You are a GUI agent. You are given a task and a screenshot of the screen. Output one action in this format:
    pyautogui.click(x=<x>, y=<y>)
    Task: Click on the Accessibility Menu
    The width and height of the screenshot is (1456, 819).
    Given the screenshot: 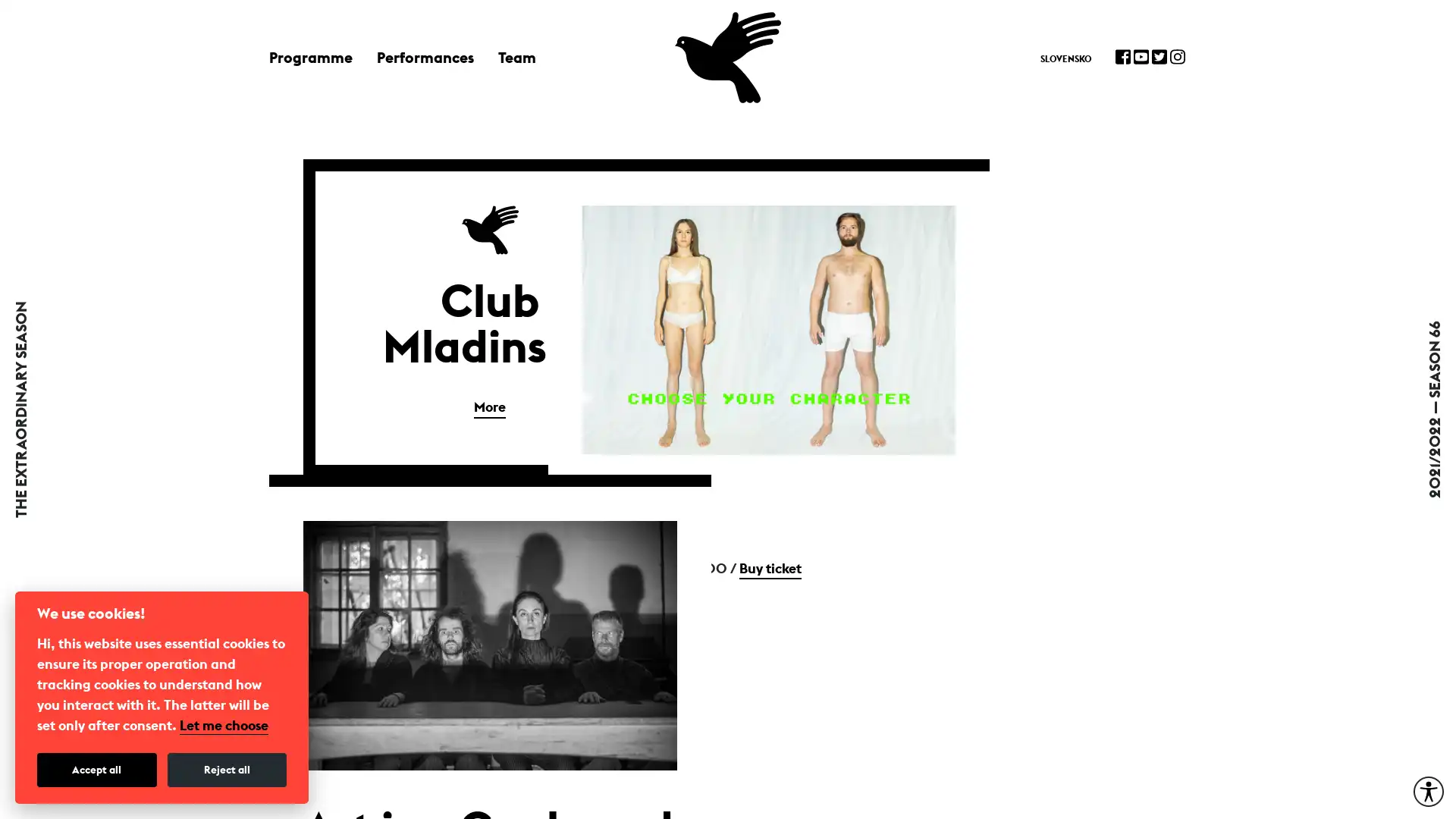 What is the action you would take?
    pyautogui.click(x=1427, y=791)
    